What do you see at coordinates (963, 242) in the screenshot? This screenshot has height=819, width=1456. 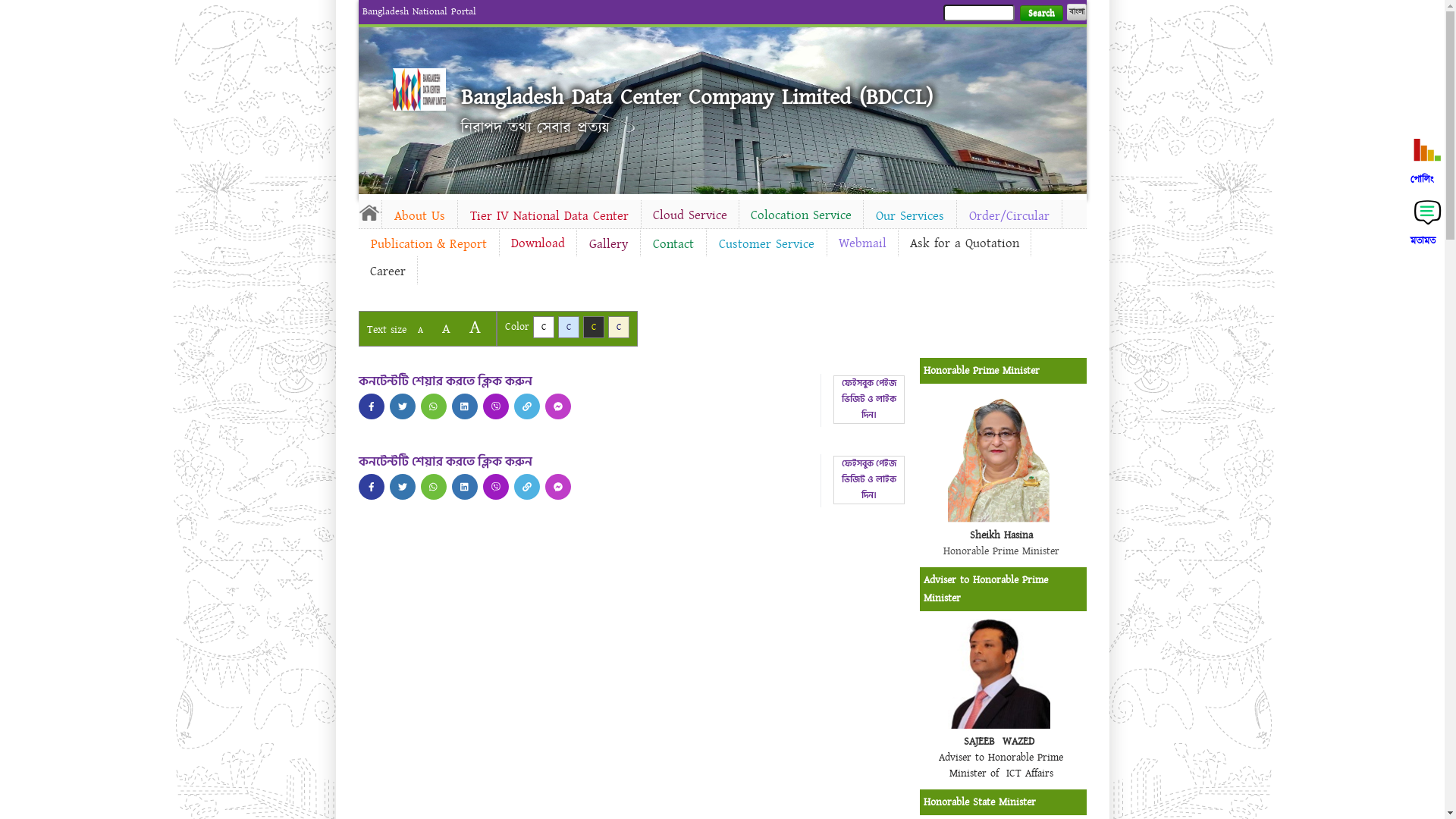 I see `'Ask for a Quotation'` at bounding box center [963, 242].